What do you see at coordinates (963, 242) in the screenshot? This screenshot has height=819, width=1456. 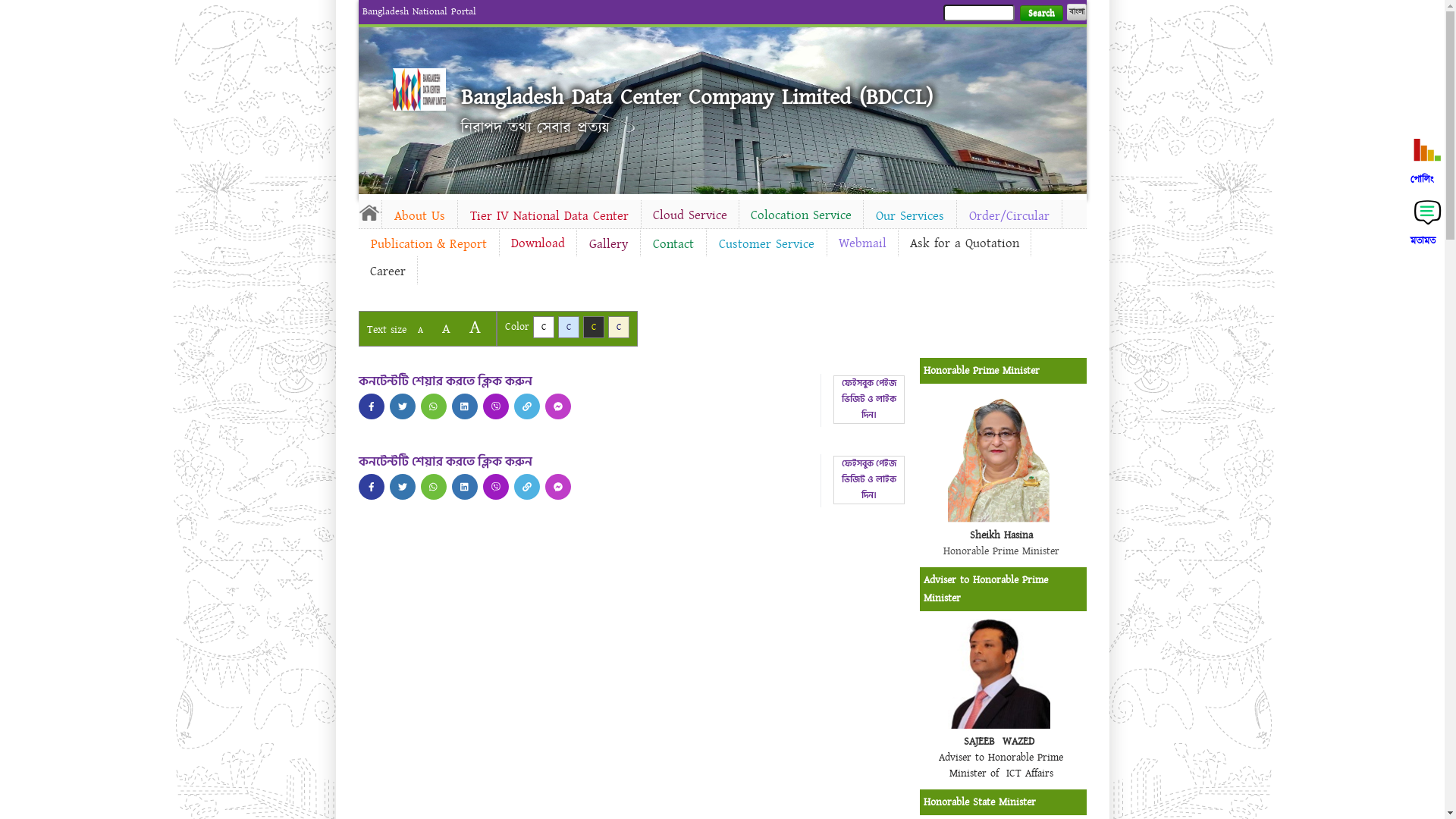 I see `'Ask for a Quotation'` at bounding box center [963, 242].